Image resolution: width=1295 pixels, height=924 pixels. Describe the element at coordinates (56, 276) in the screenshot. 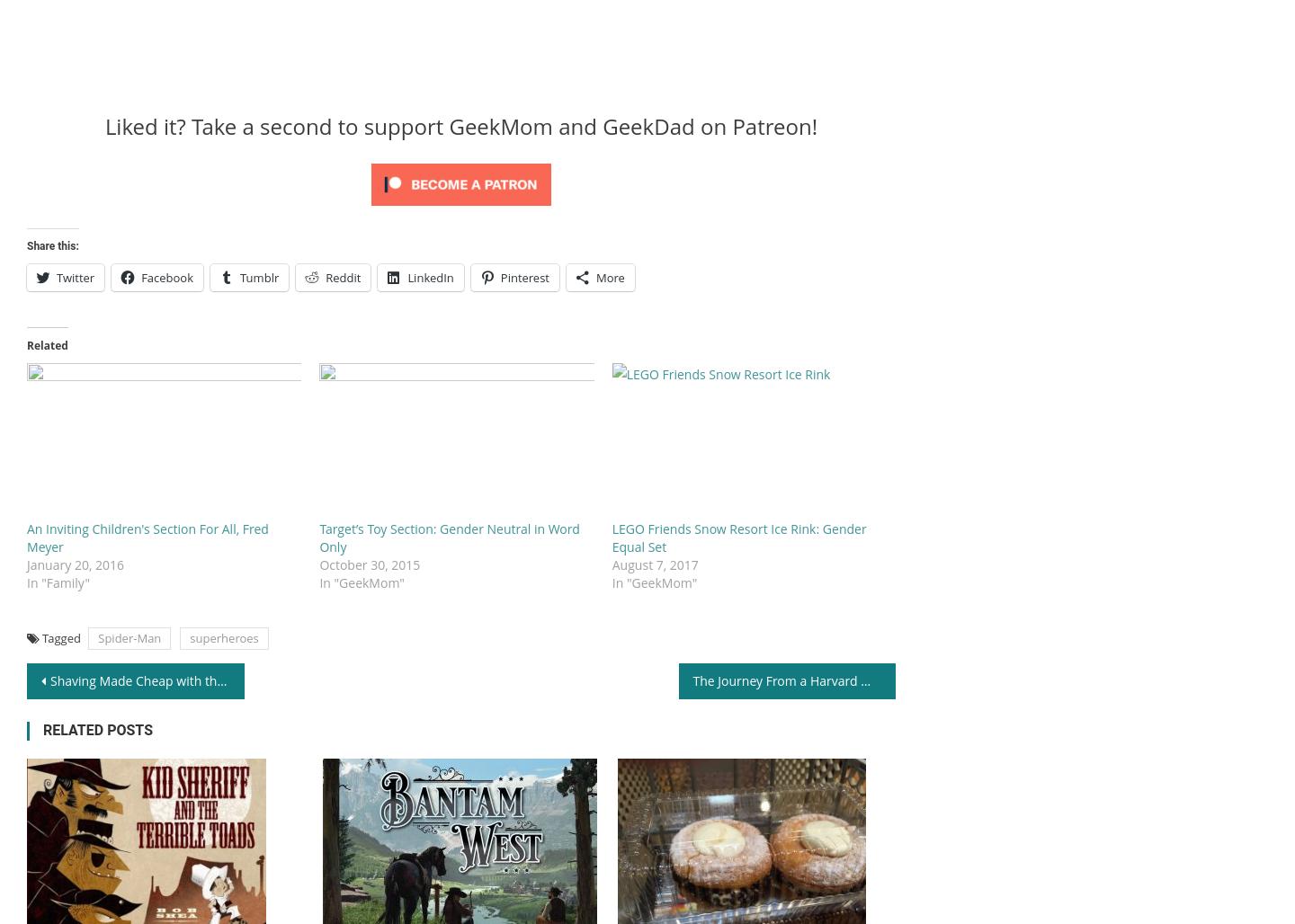

I see `'Twitter'` at that location.